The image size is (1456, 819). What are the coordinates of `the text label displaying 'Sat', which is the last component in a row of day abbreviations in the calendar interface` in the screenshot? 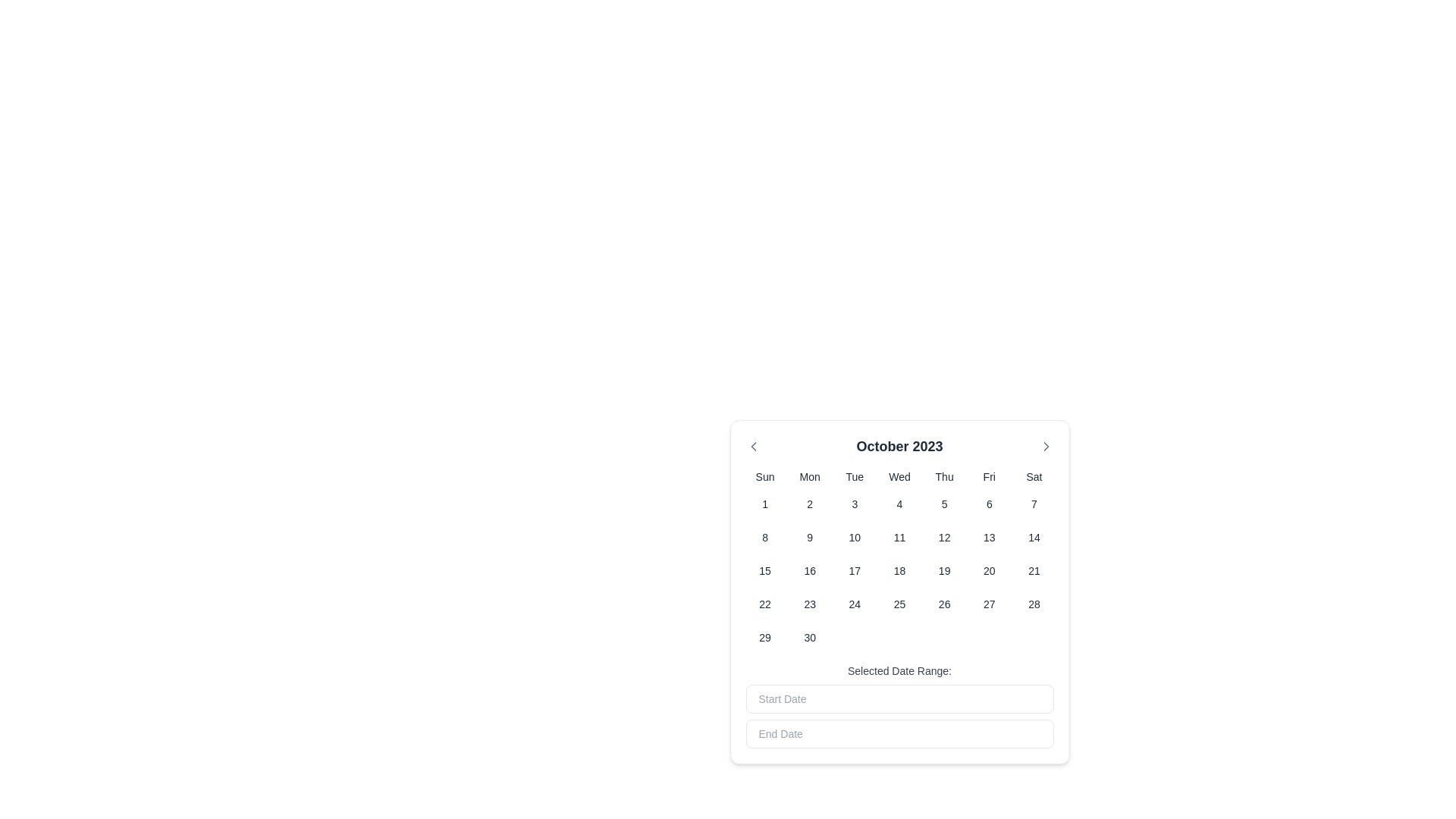 It's located at (1033, 475).